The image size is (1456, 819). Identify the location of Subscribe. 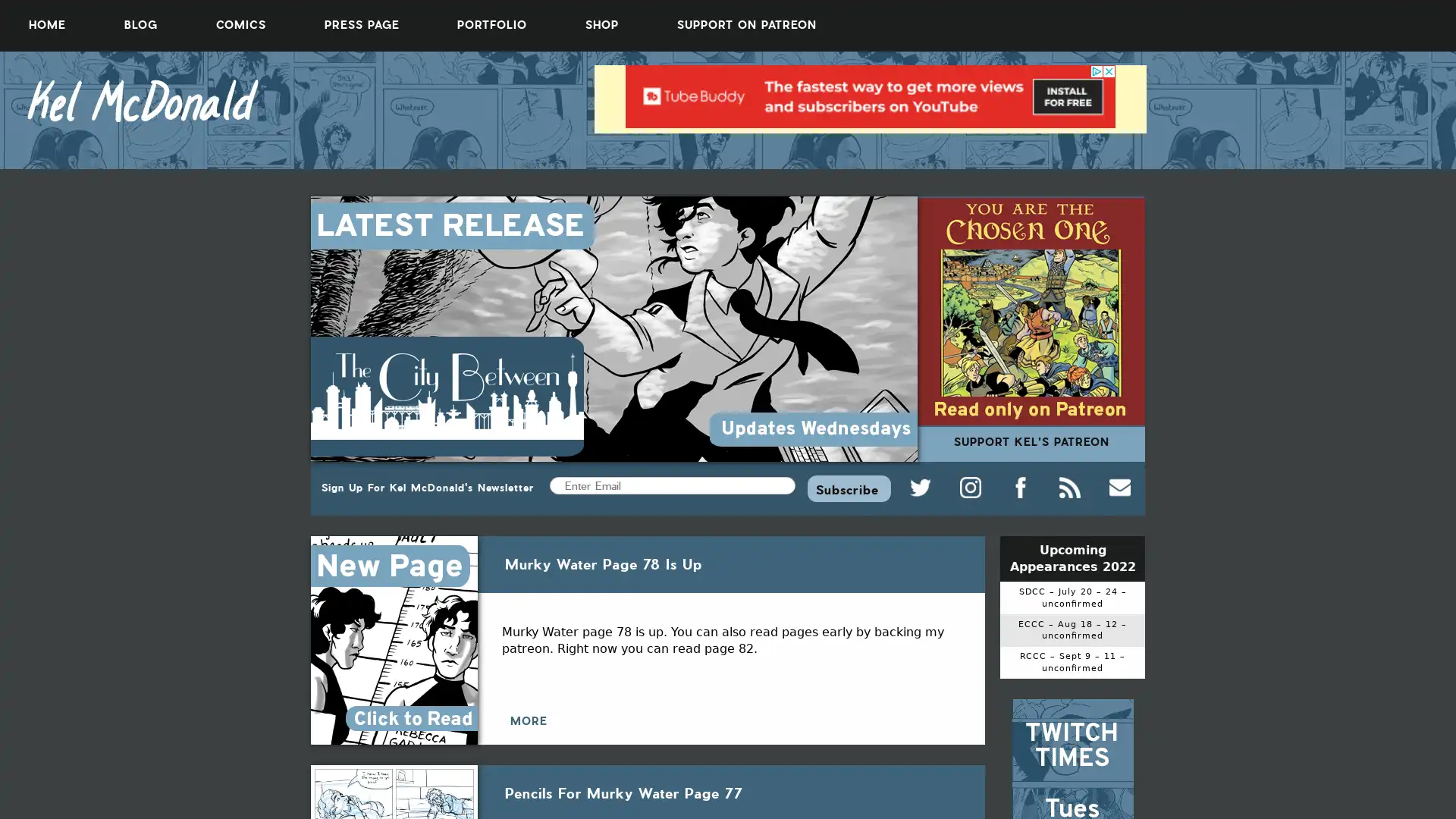
(848, 488).